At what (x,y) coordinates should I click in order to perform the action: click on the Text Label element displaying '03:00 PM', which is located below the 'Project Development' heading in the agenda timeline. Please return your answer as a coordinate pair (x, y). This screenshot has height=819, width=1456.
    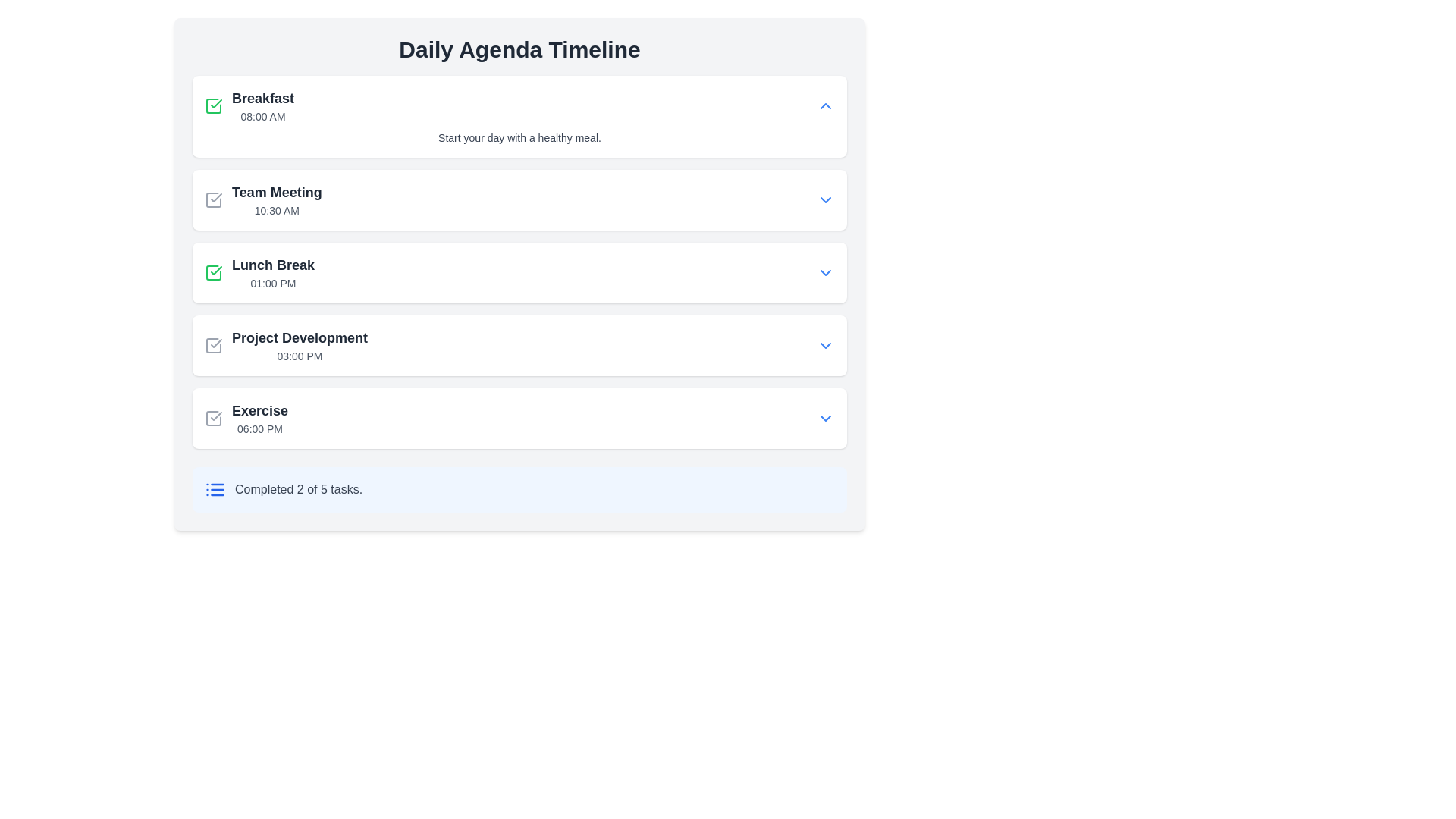
    Looking at the image, I should click on (300, 356).